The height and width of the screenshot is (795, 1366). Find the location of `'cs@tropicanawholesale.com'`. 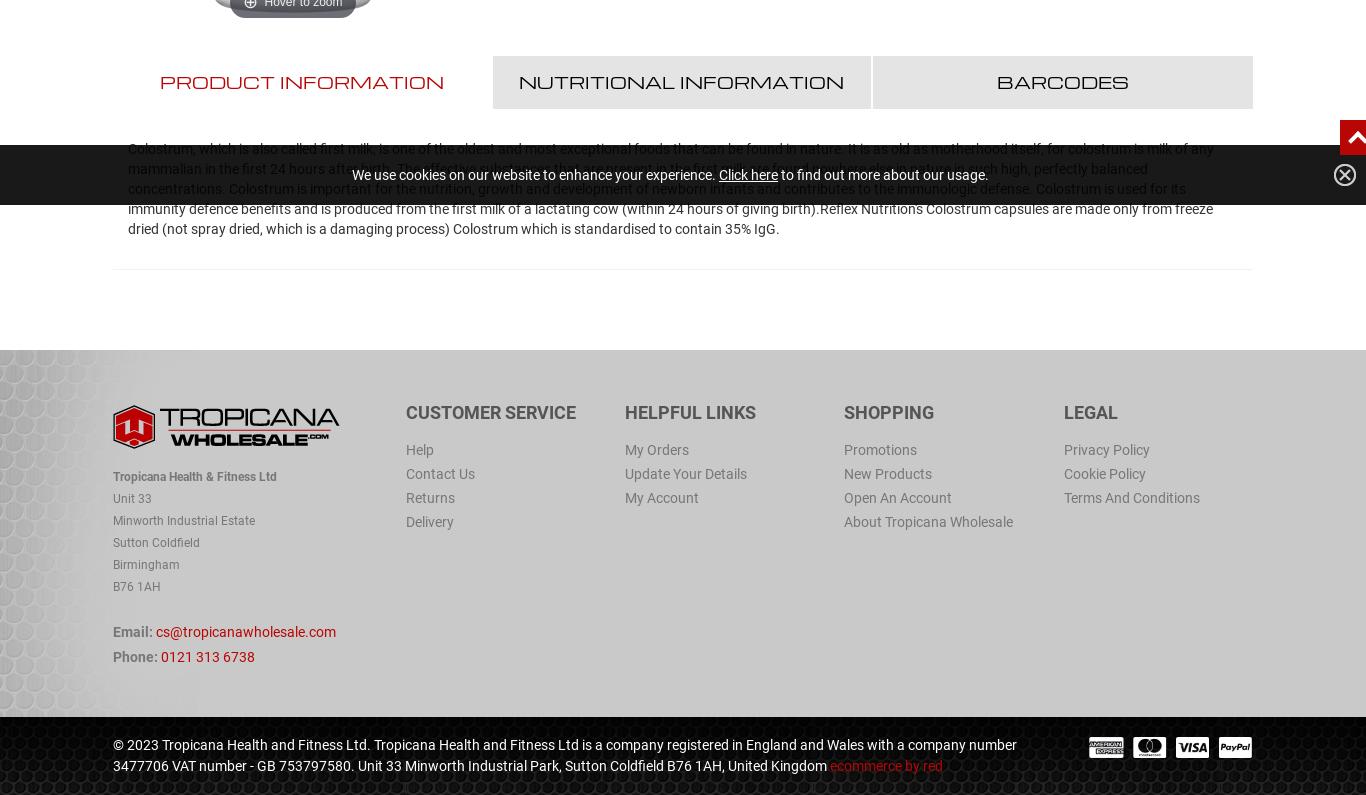

'cs@tropicanawholesale.com' is located at coordinates (246, 630).